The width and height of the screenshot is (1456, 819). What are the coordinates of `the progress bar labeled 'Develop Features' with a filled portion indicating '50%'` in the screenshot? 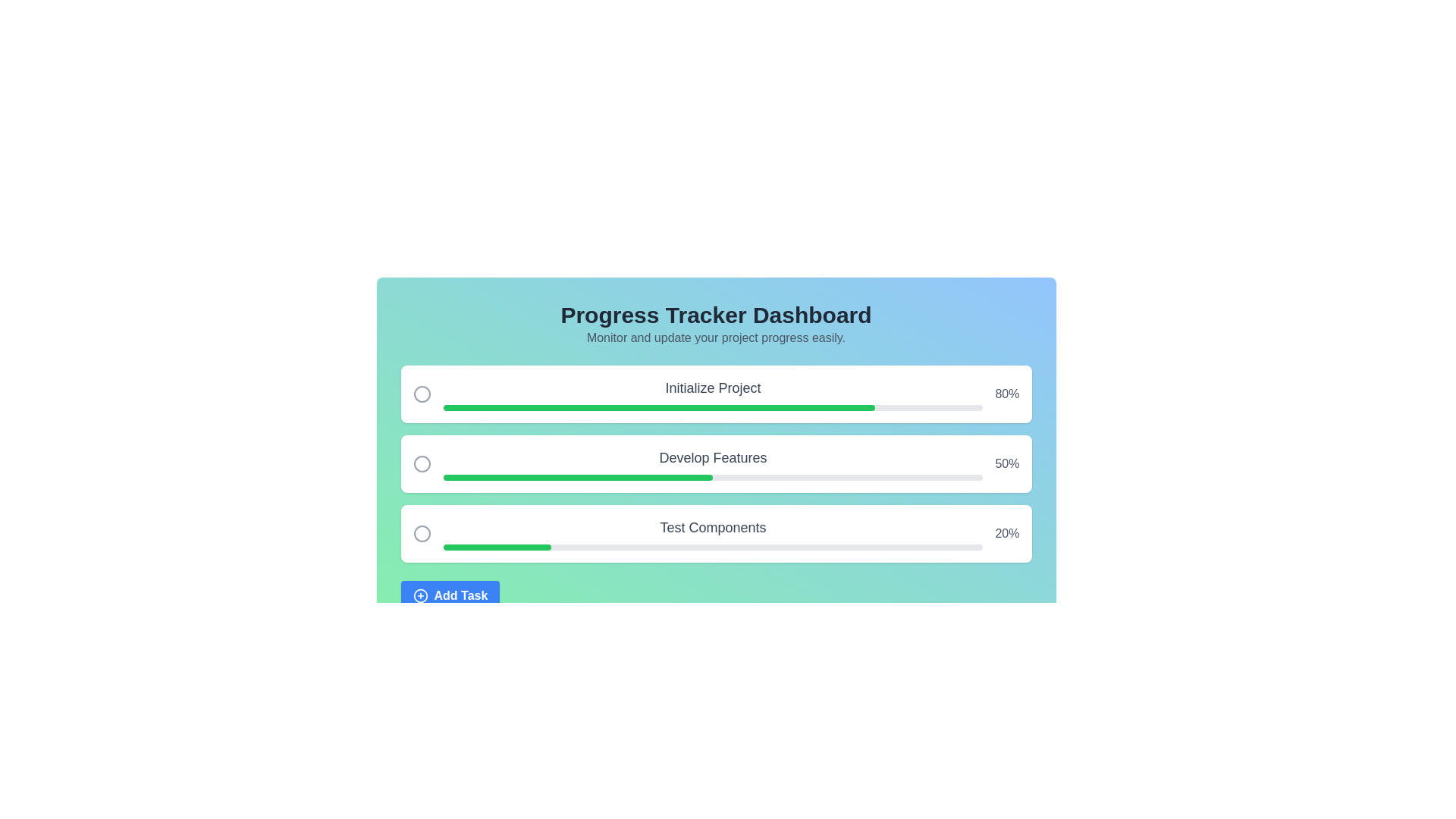 It's located at (712, 476).